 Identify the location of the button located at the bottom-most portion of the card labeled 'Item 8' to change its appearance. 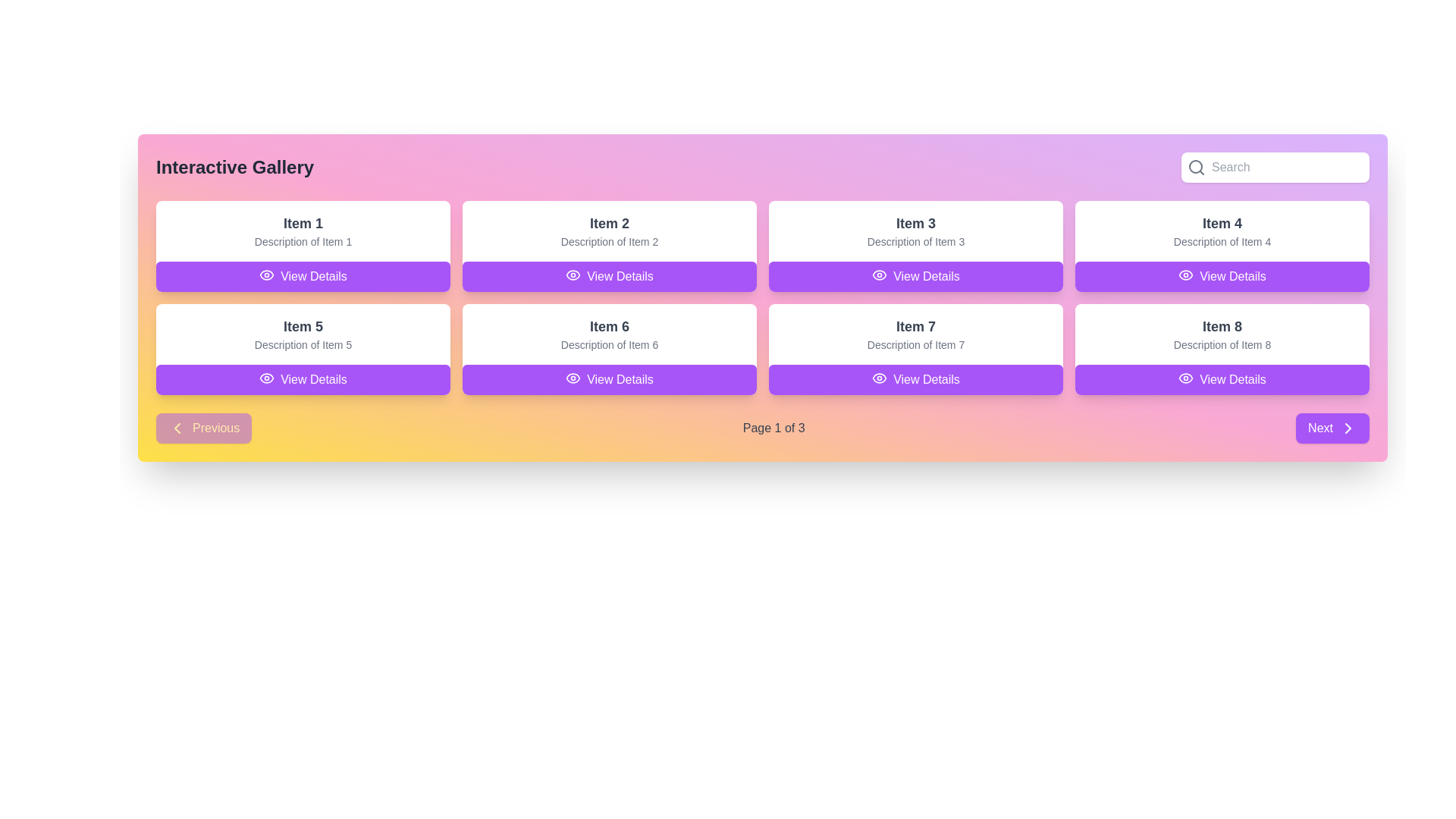
(1222, 379).